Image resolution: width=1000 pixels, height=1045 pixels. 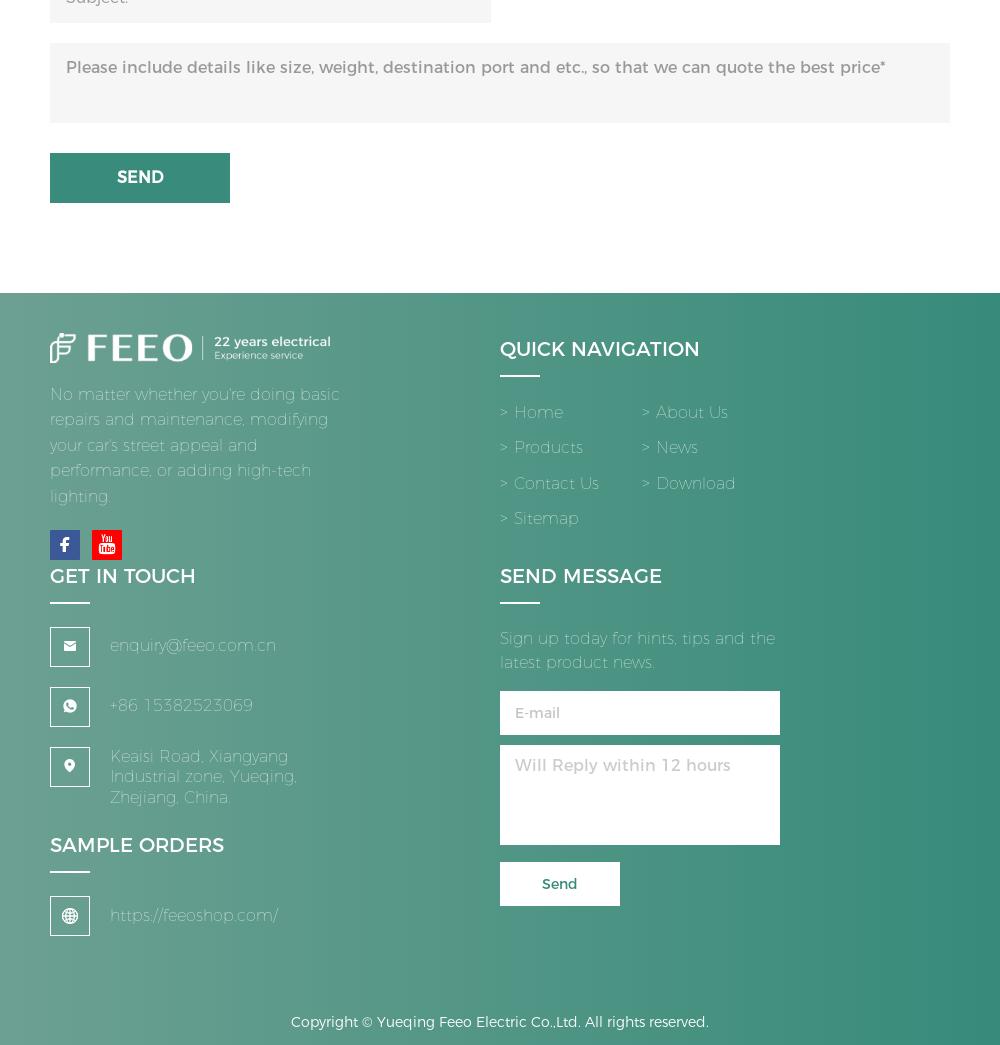 I want to click on 'Products', so click(x=514, y=456).